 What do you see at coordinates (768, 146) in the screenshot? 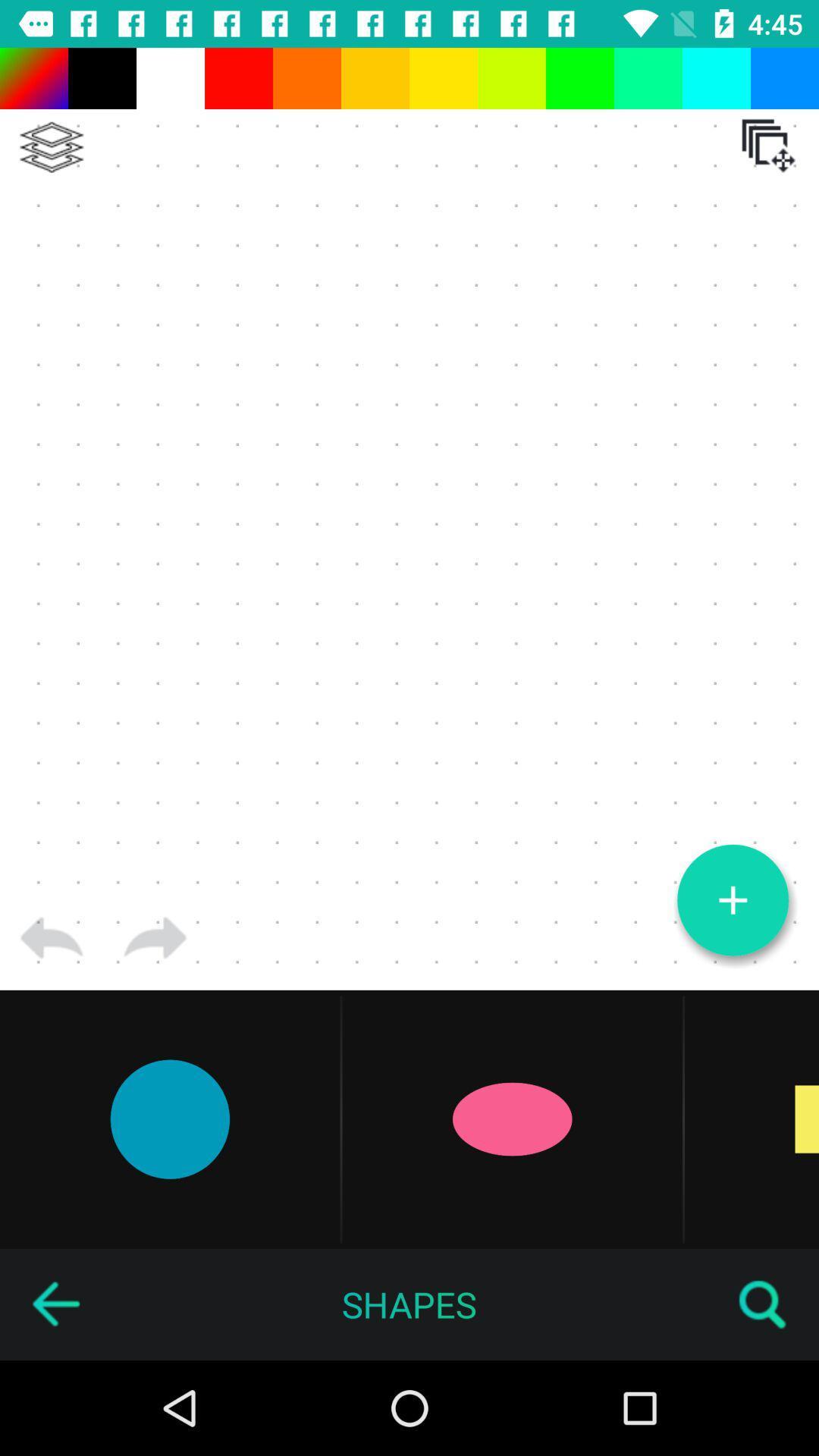
I see `the icon at the top right corner` at bounding box center [768, 146].